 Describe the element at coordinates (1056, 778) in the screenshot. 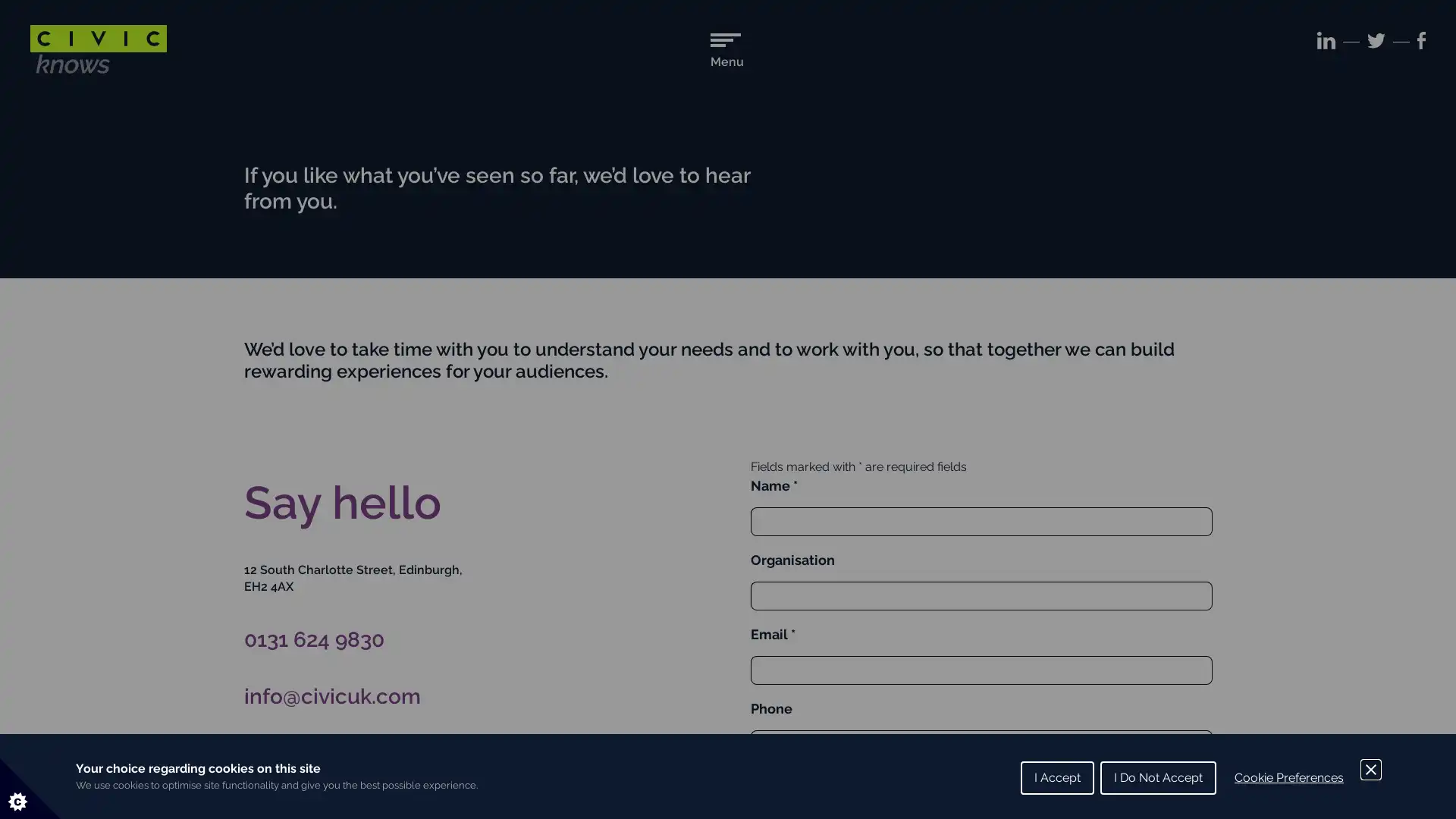

I see `I Accept` at that location.